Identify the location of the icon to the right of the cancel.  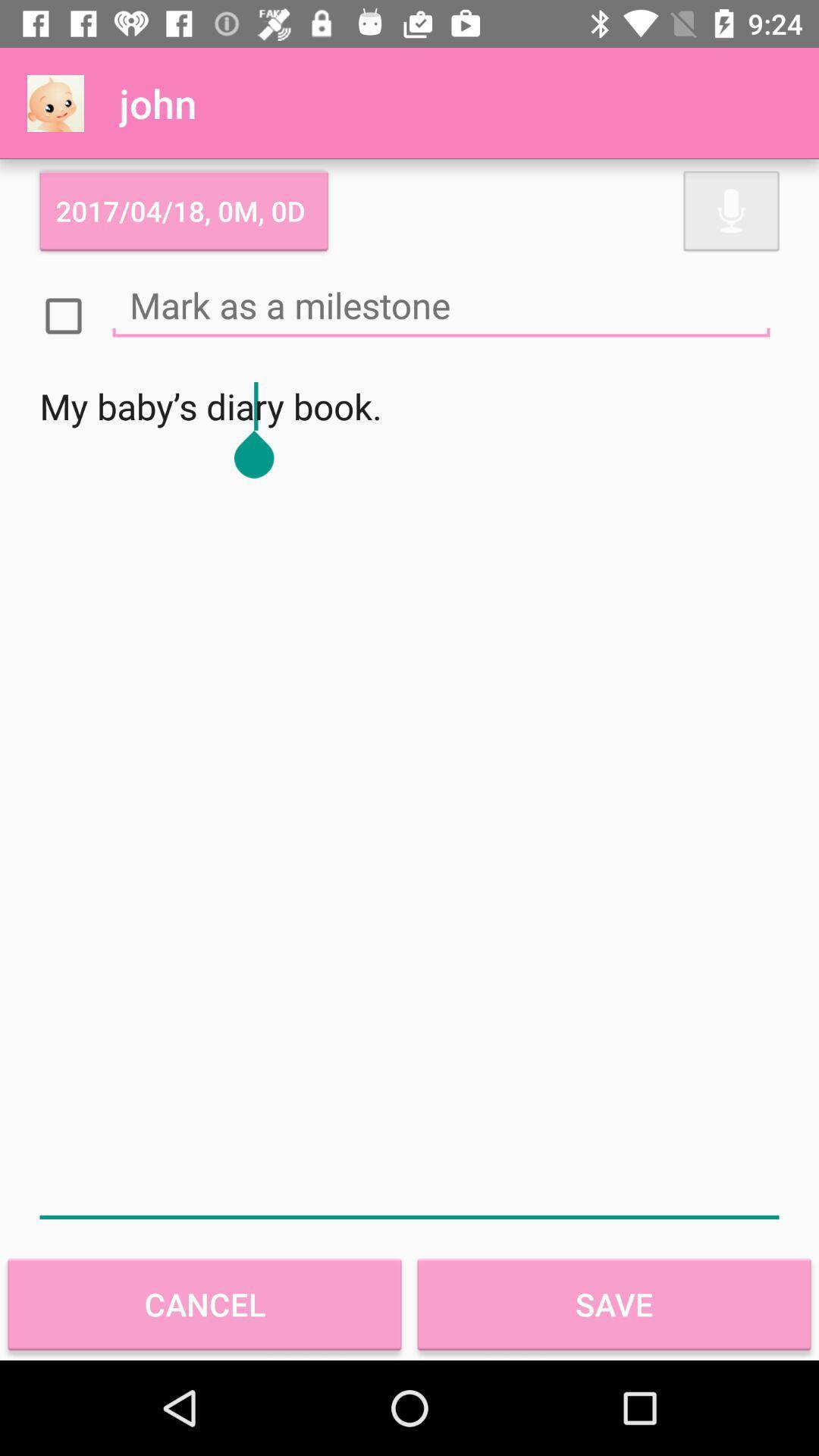
(614, 1304).